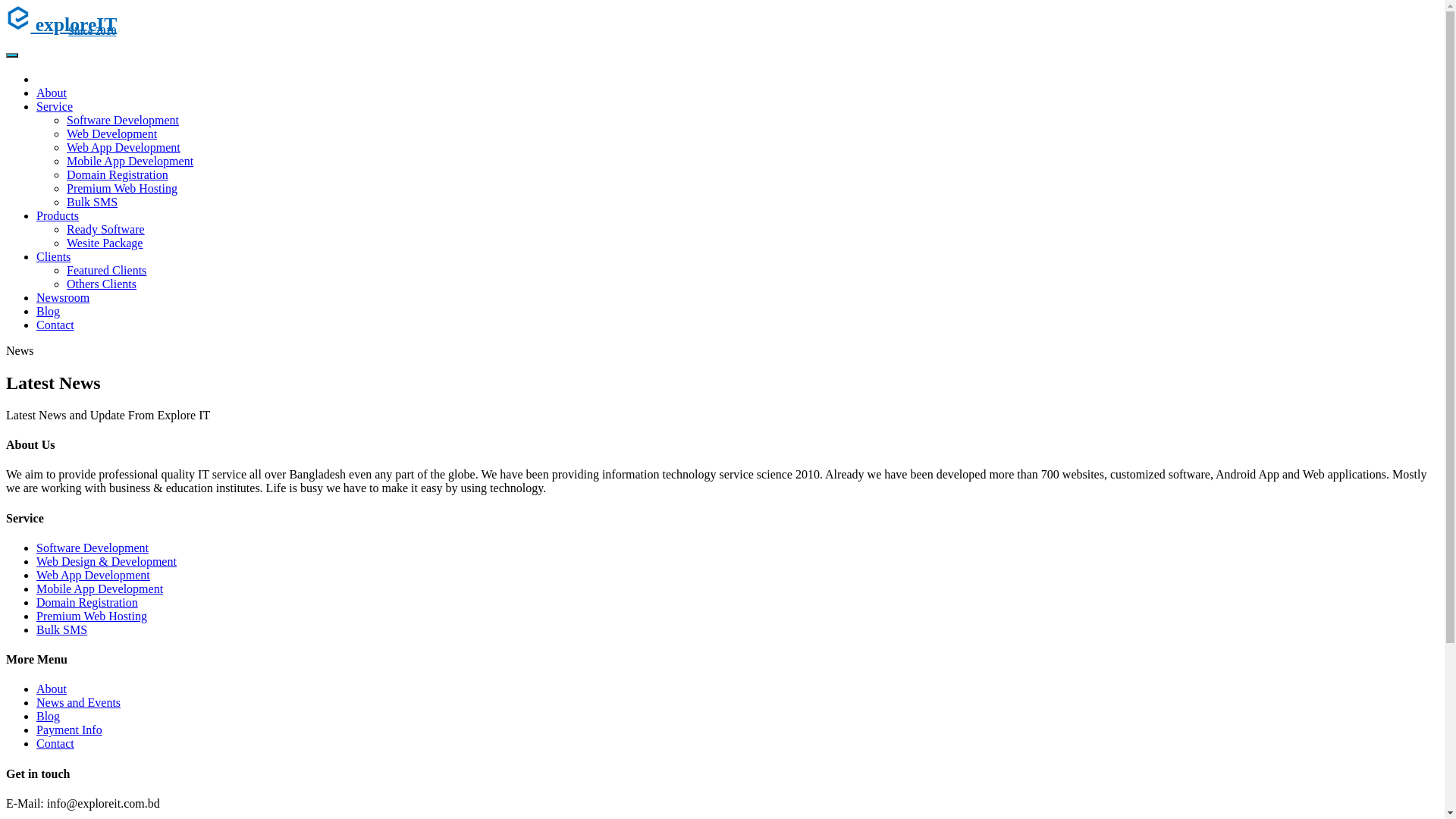 The width and height of the screenshot is (1456, 819). I want to click on 'About', so click(51, 93).